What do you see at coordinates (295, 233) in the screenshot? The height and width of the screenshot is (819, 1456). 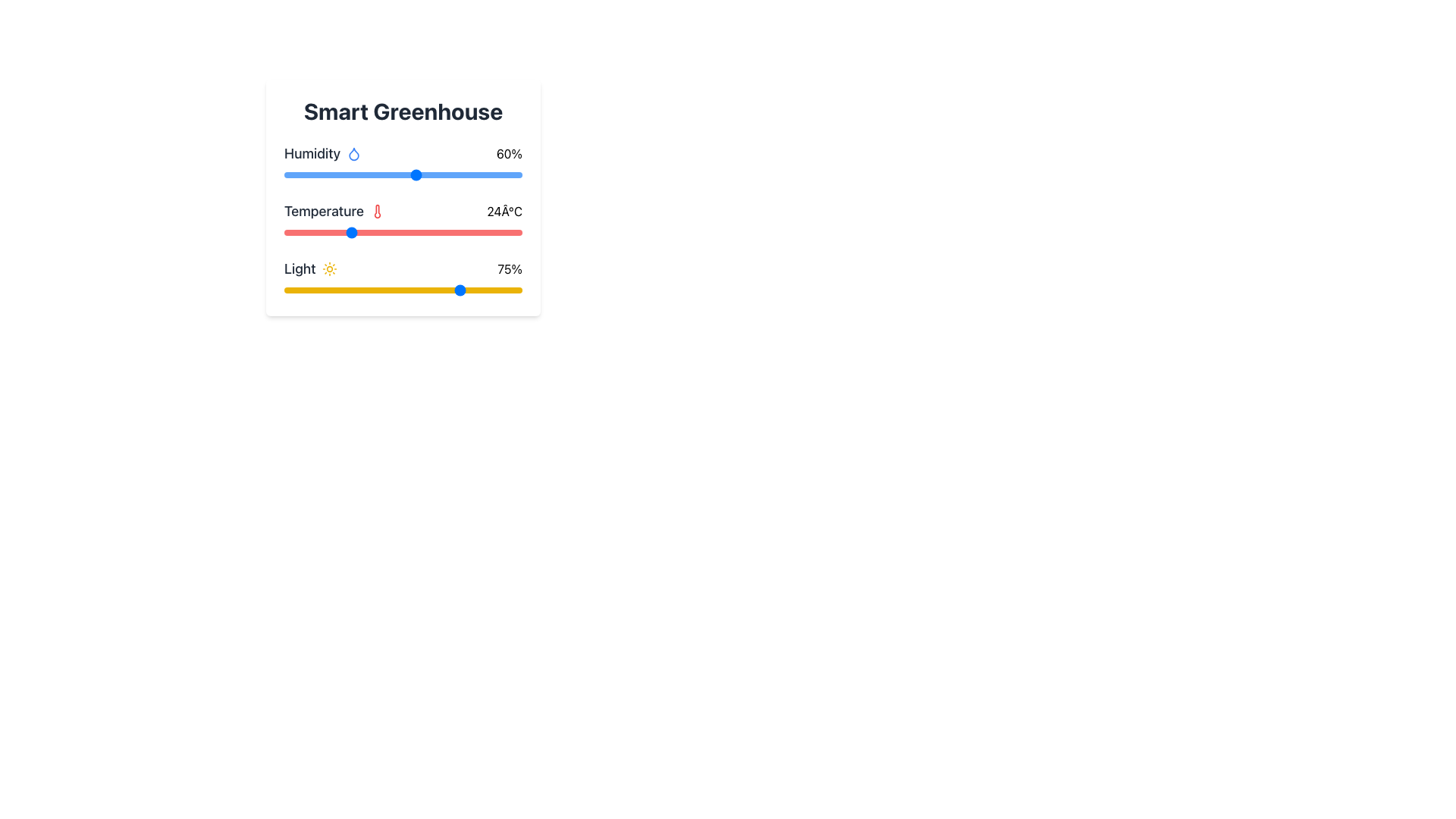 I see `the temperature` at bounding box center [295, 233].